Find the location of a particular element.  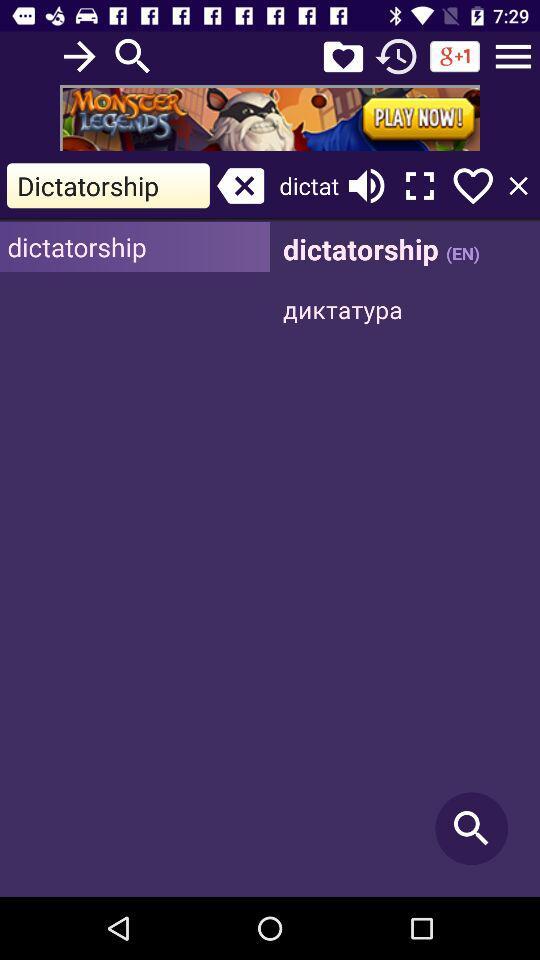

the history icon is located at coordinates (396, 55).